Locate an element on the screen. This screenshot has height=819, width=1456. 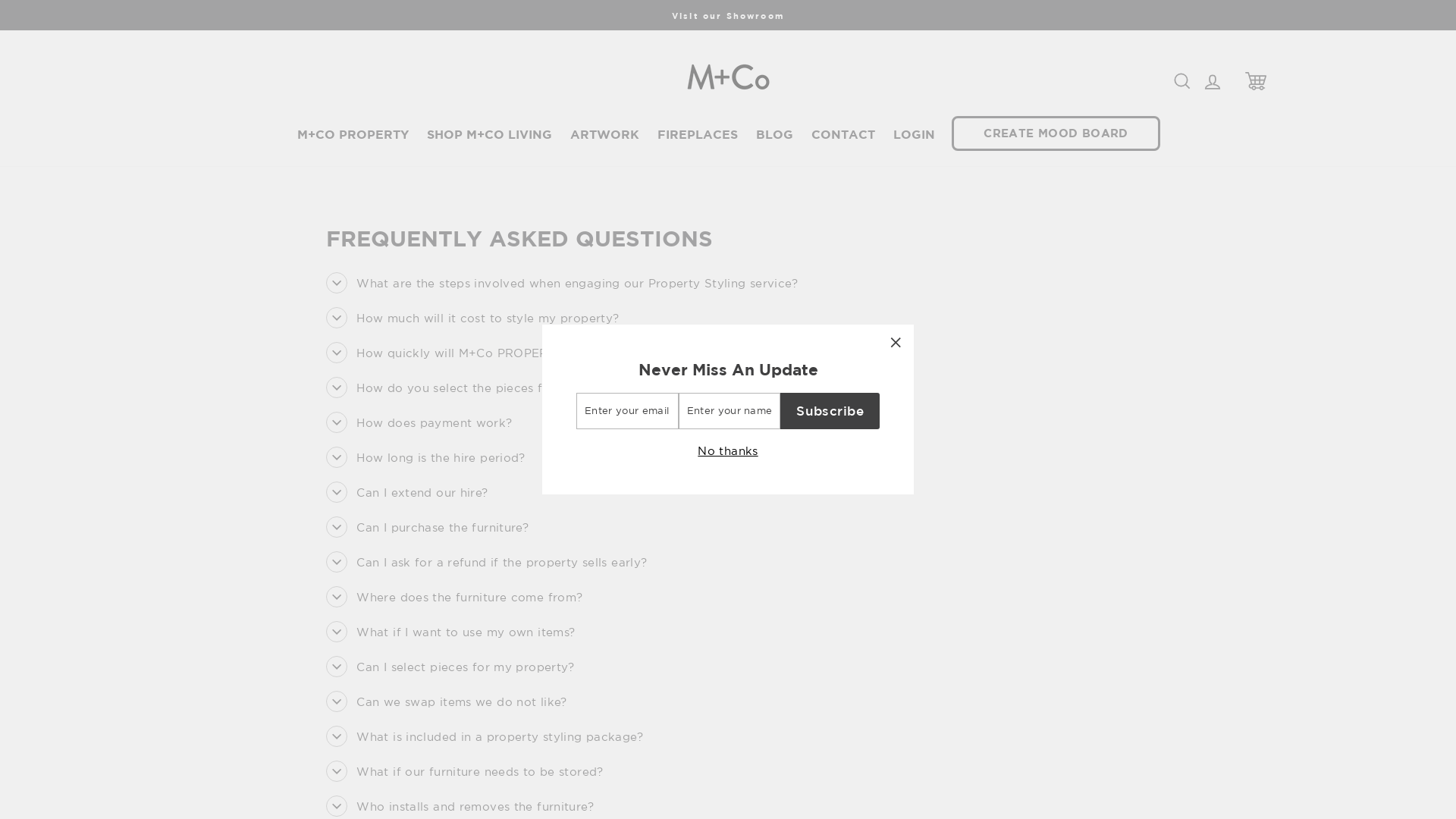
'SEARCH' is located at coordinates (1181, 80).